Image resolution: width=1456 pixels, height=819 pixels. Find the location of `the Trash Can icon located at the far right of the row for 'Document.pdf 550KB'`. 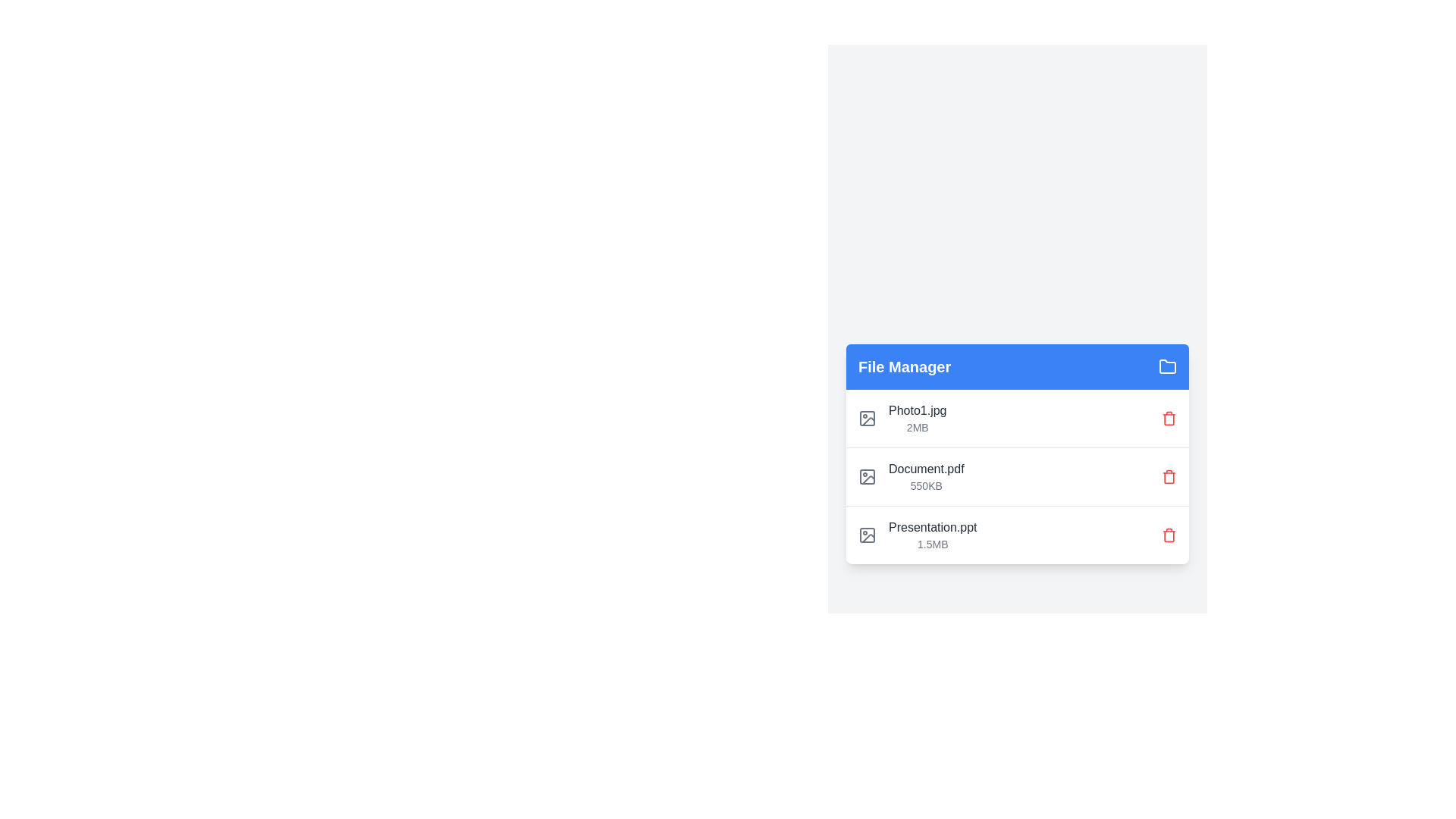

the Trash Can icon located at the far right of the row for 'Document.pdf 550KB' is located at coordinates (1168, 475).